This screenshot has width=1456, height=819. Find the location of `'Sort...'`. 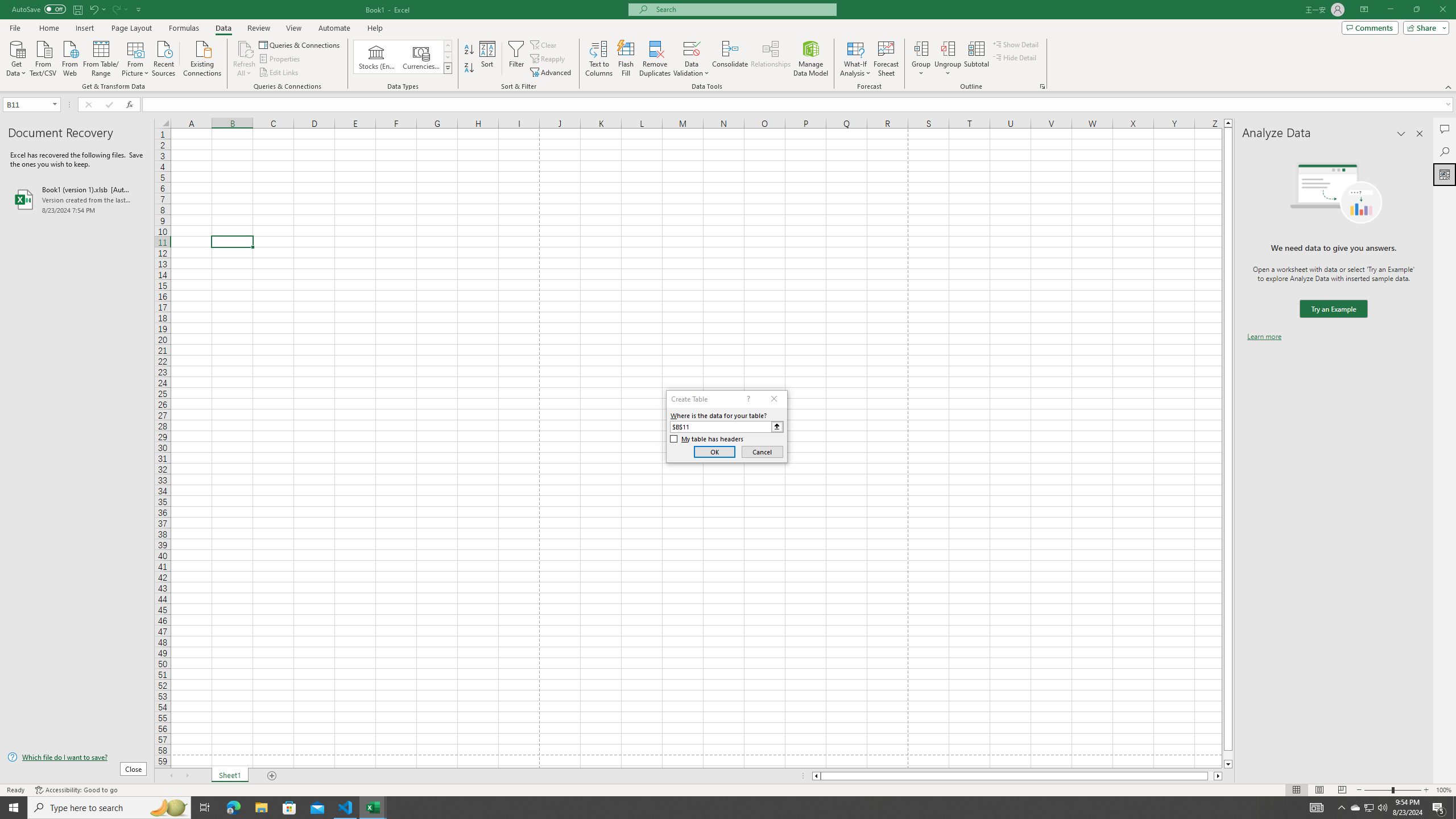

'Sort...' is located at coordinates (487, 59).